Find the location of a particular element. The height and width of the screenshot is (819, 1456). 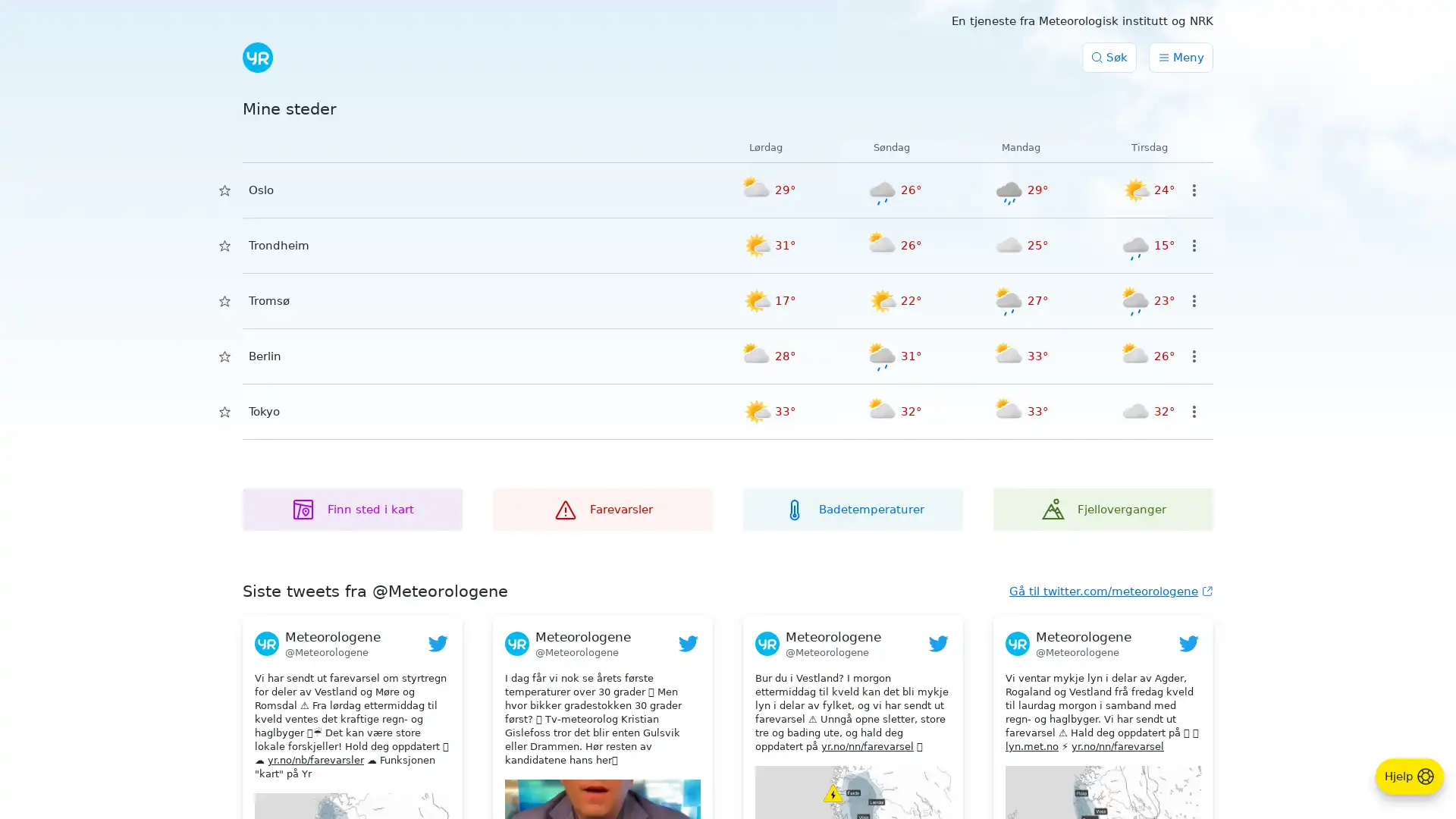

Lagre i Mine steder is located at coordinates (224, 412).